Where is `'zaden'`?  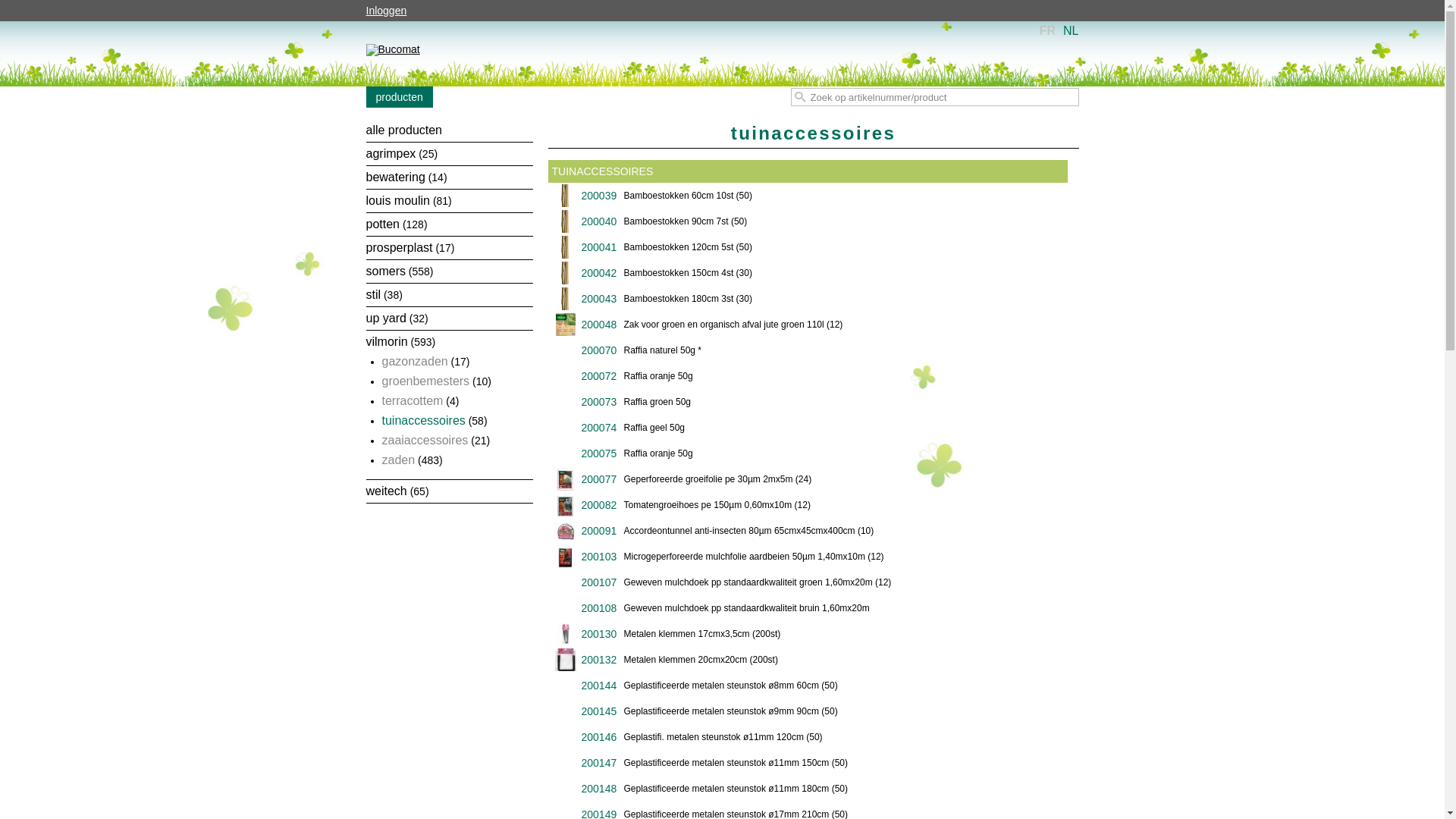 'zaden' is located at coordinates (399, 459).